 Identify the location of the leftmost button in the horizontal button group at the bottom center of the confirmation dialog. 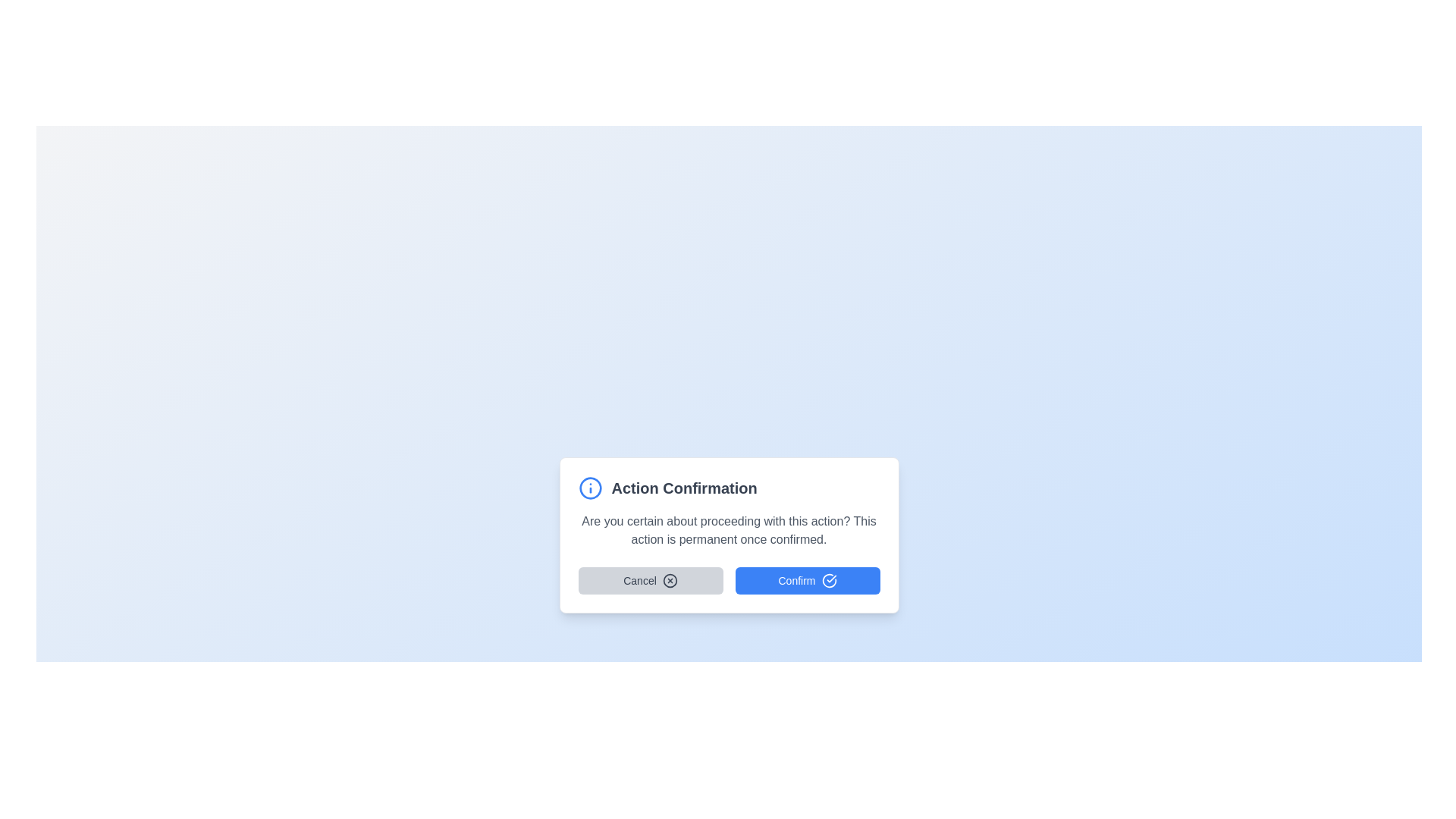
(651, 580).